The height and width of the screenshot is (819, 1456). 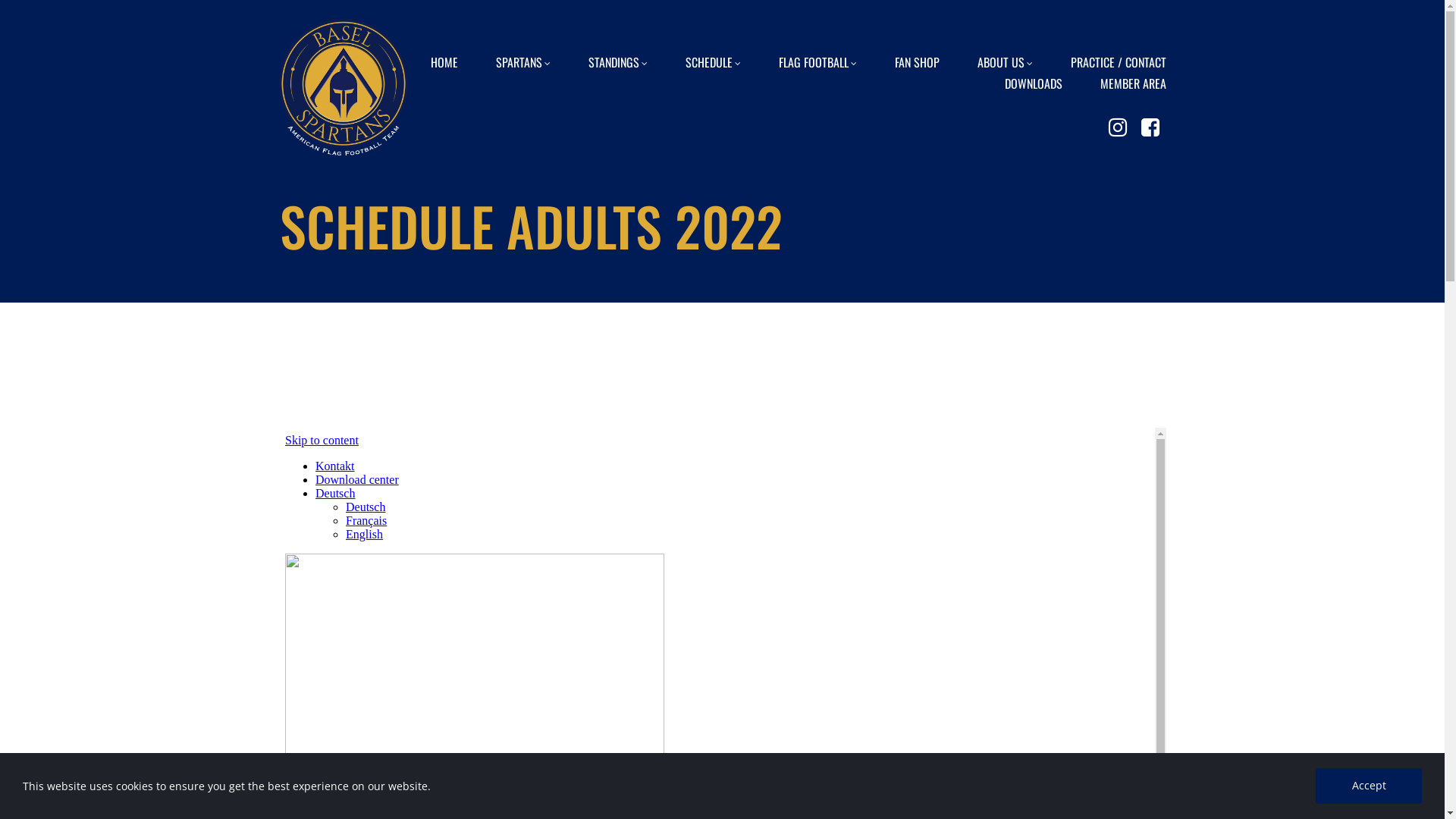 What do you see at coordinates (1368, 785) in the screenshot?
I see `'Accept'` at bounding box center [1368, 785].